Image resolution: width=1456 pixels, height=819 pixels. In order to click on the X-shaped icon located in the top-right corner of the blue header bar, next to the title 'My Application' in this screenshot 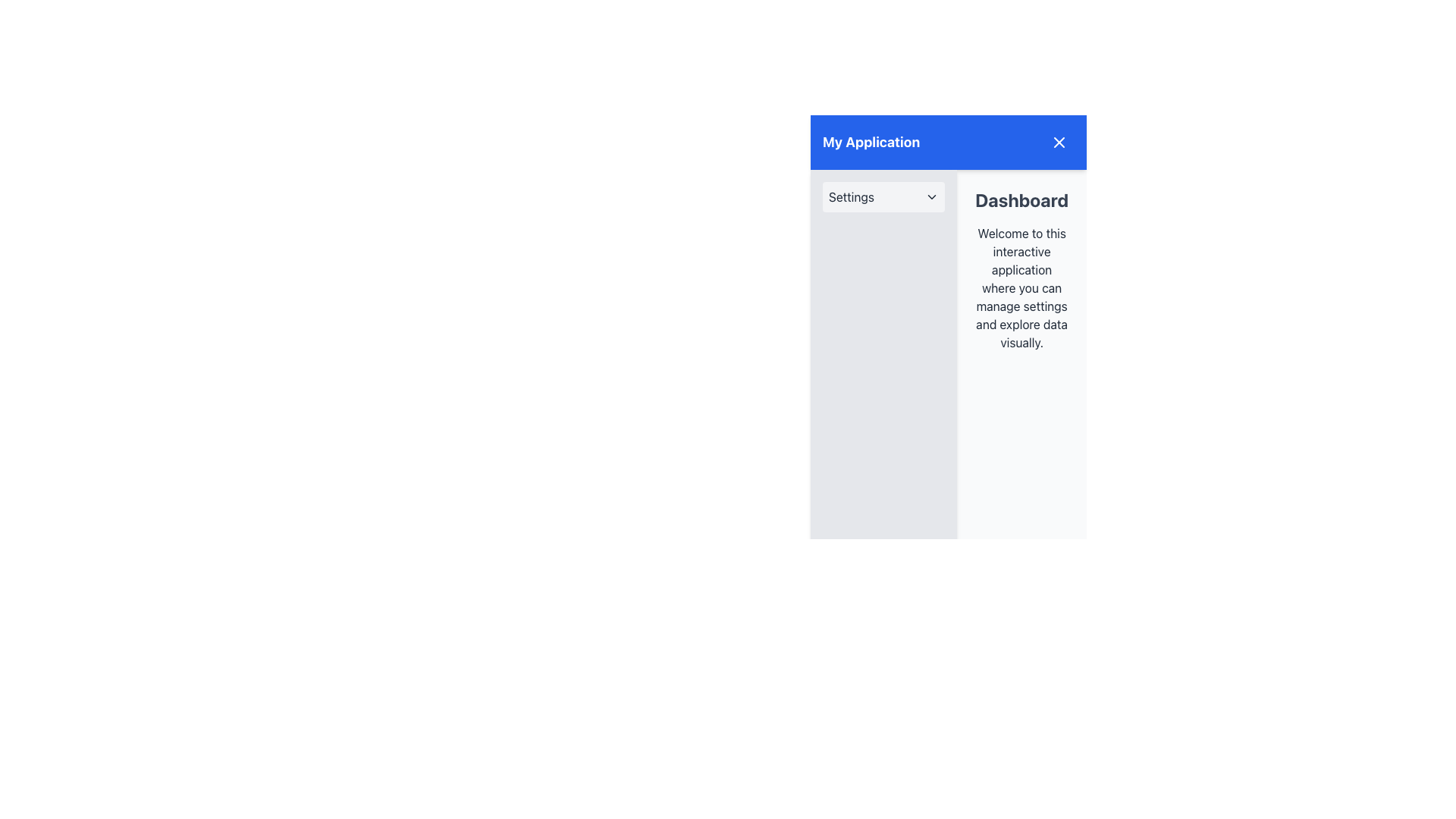, I will do `click(1058, 143)`.